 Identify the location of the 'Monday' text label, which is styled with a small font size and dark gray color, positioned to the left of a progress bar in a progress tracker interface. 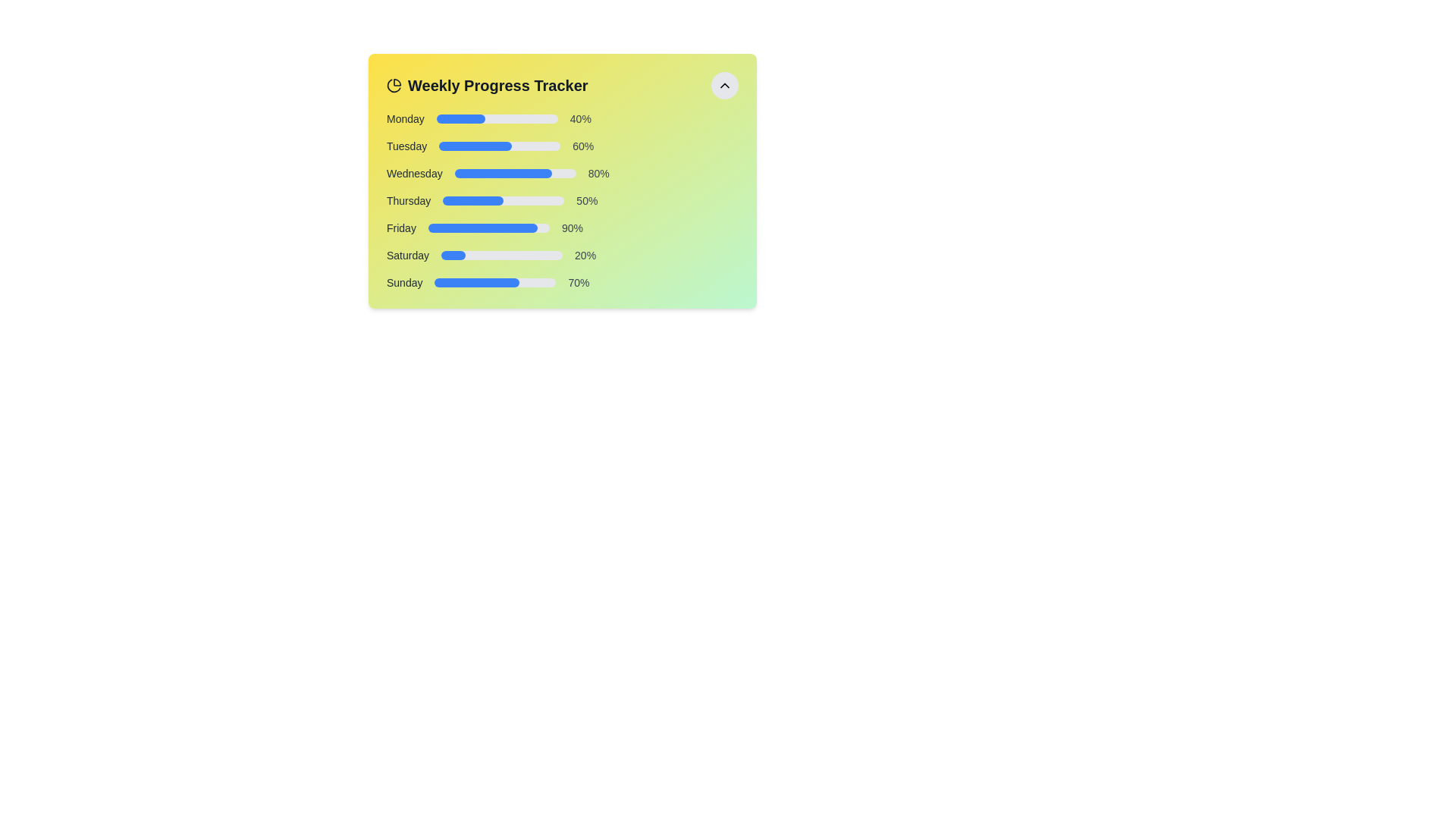
(405, 118).